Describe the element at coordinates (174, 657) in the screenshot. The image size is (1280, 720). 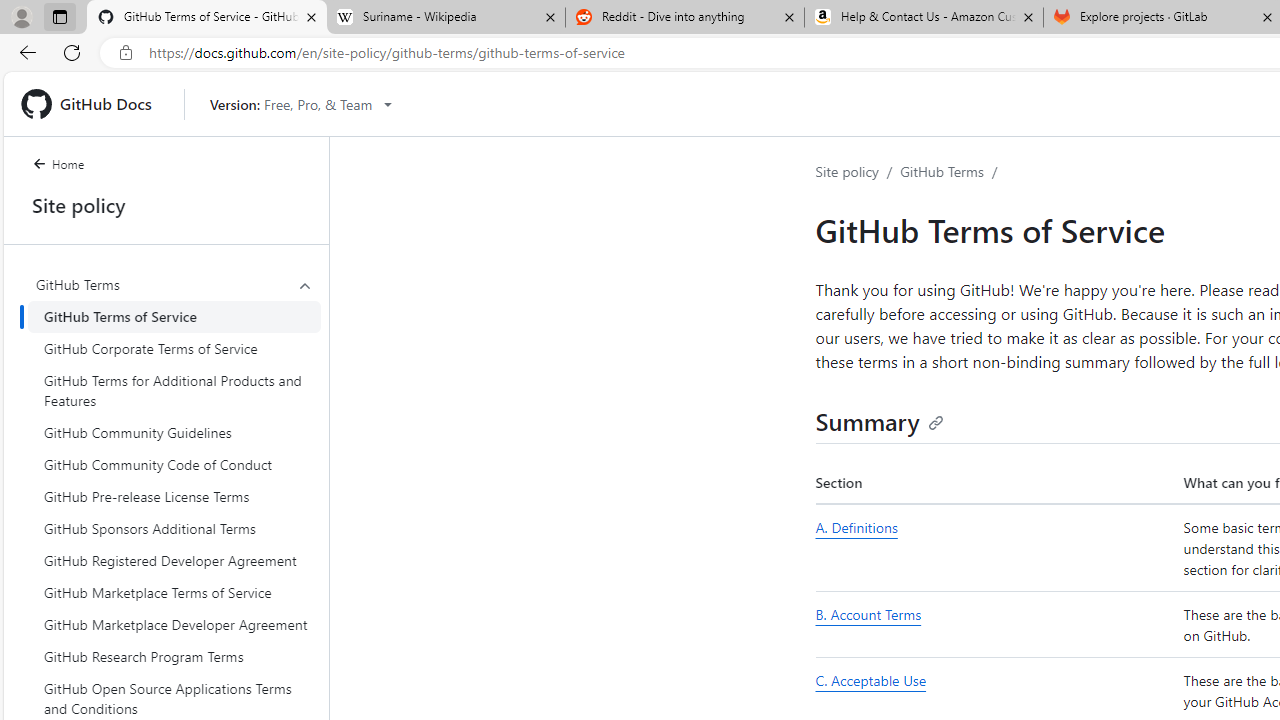
I see `'GitHub Research Program Terms'` at that location.